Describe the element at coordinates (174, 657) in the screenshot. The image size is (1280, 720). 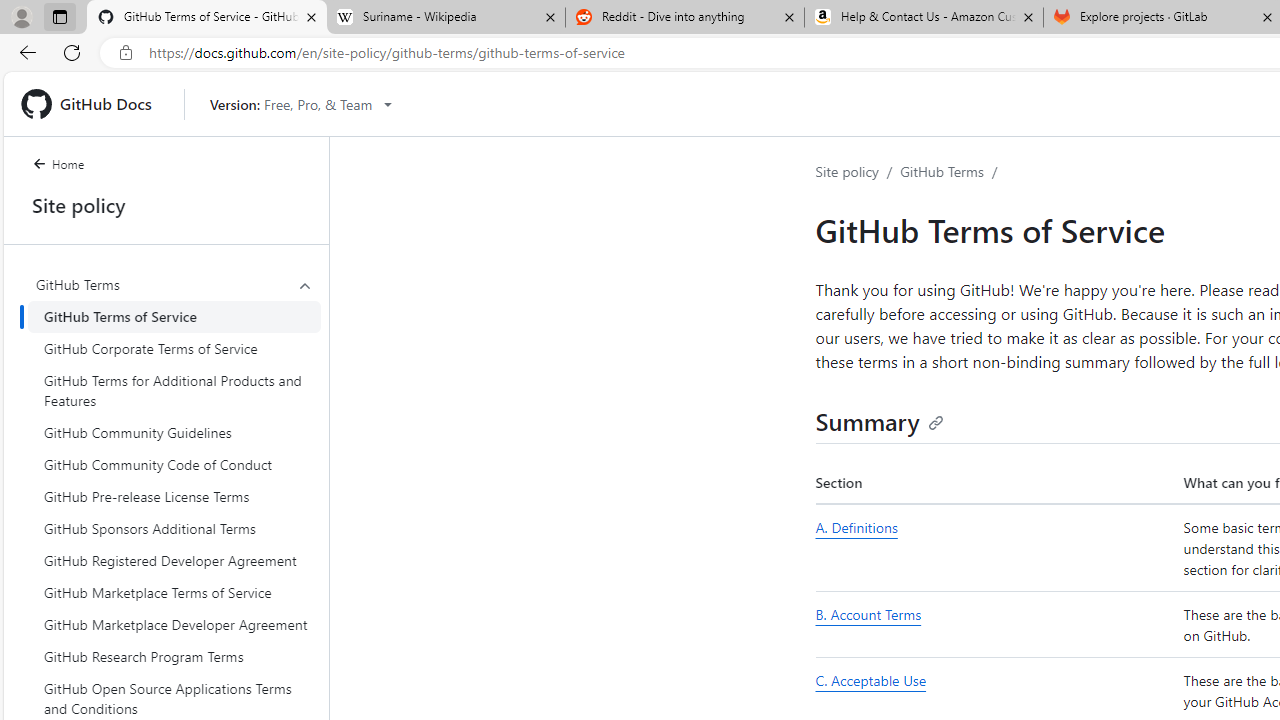
I see `'GitHub Research Program Terms'` at that location.